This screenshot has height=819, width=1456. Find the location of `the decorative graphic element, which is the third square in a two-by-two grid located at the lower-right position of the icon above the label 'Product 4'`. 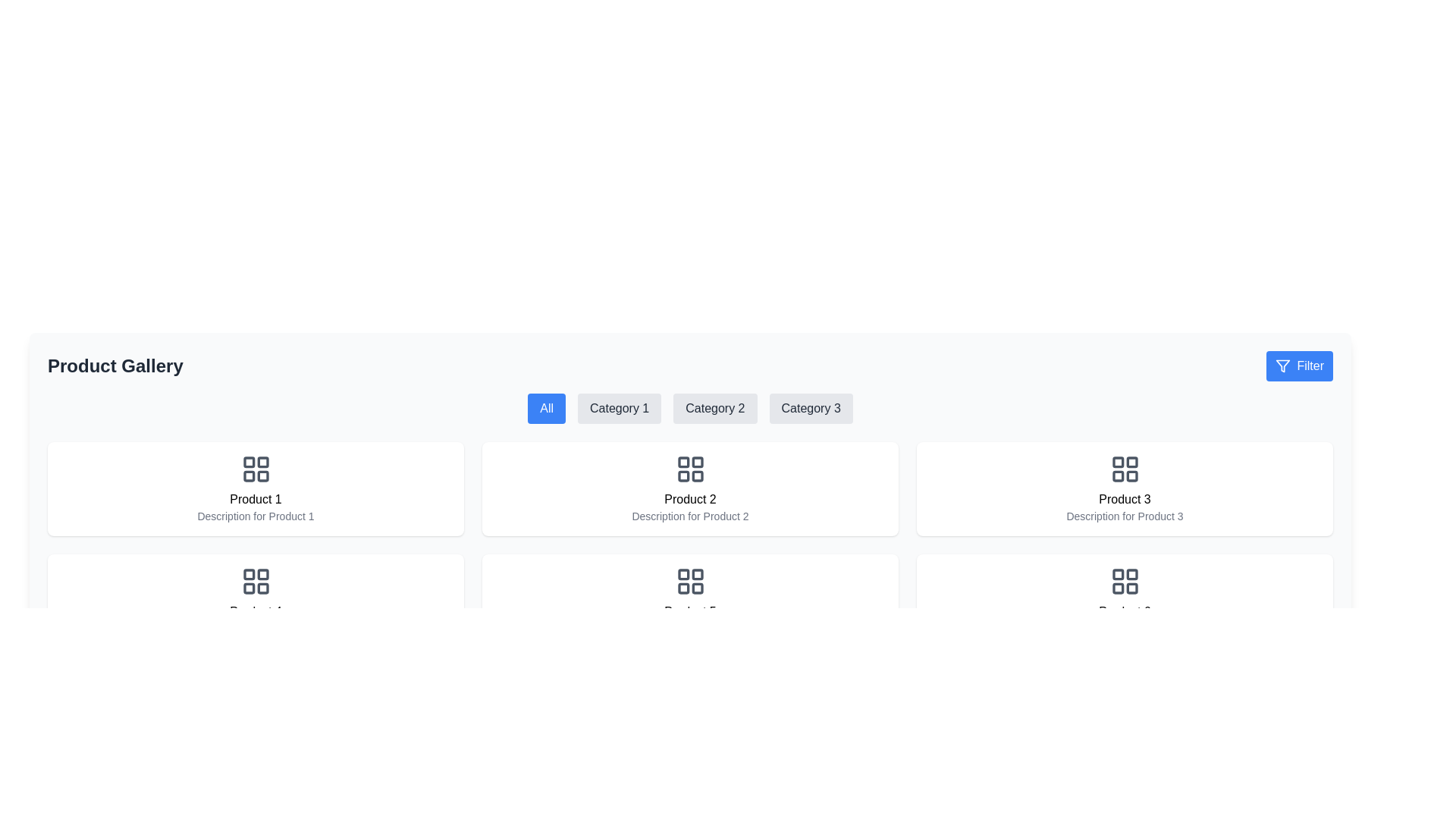

the decorative graphic element, which is the third square in a two-by-two grid located at the lower-right position of the icon above the label 'Product 4' is located at coordinates (1131, 588).